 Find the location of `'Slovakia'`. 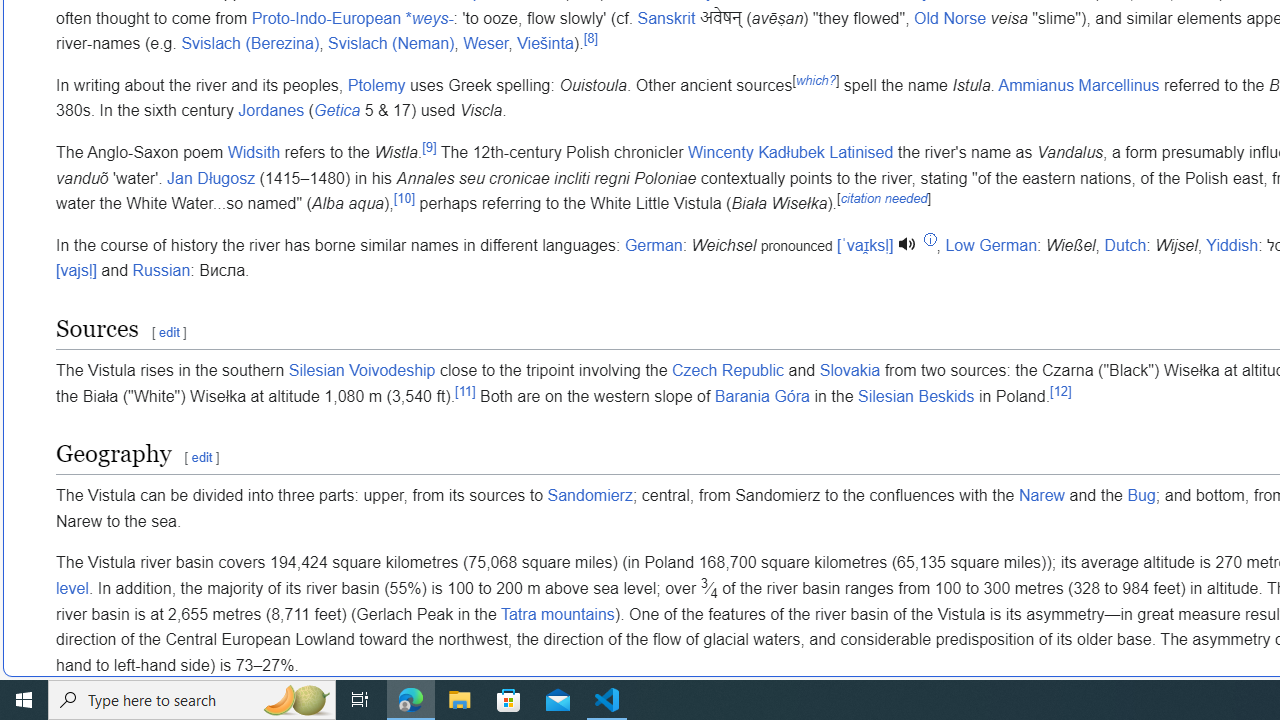

'Slovakia' is located at coordinates (849, 371).